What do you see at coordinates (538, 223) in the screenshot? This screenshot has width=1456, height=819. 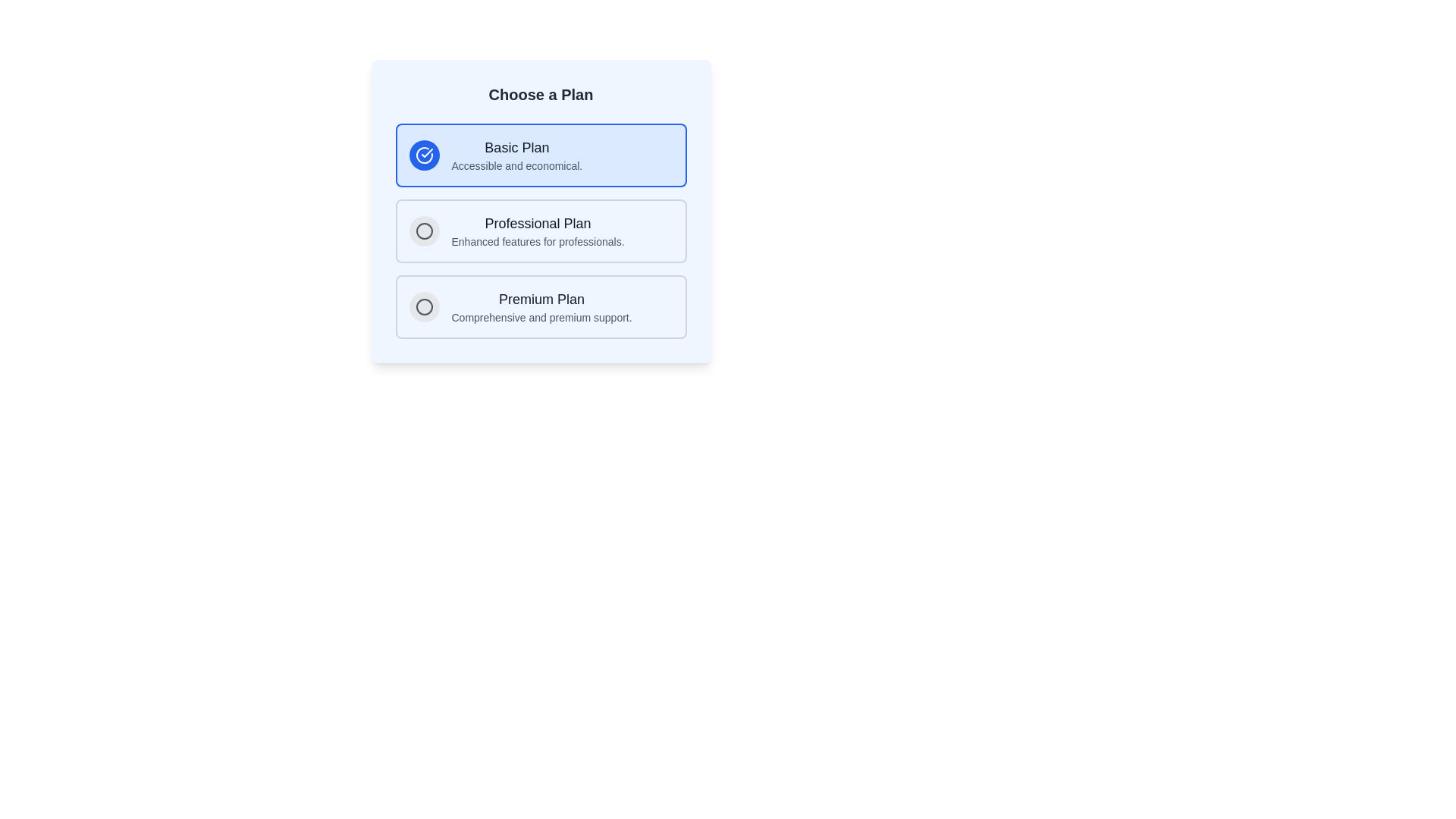 I see `the 'Professional Plan' text label, which is bold and located centrally among a vertical list of plan options, positioned between 'Basic Plan' and 'Premium Plan'` at bounding box center [538, 223].